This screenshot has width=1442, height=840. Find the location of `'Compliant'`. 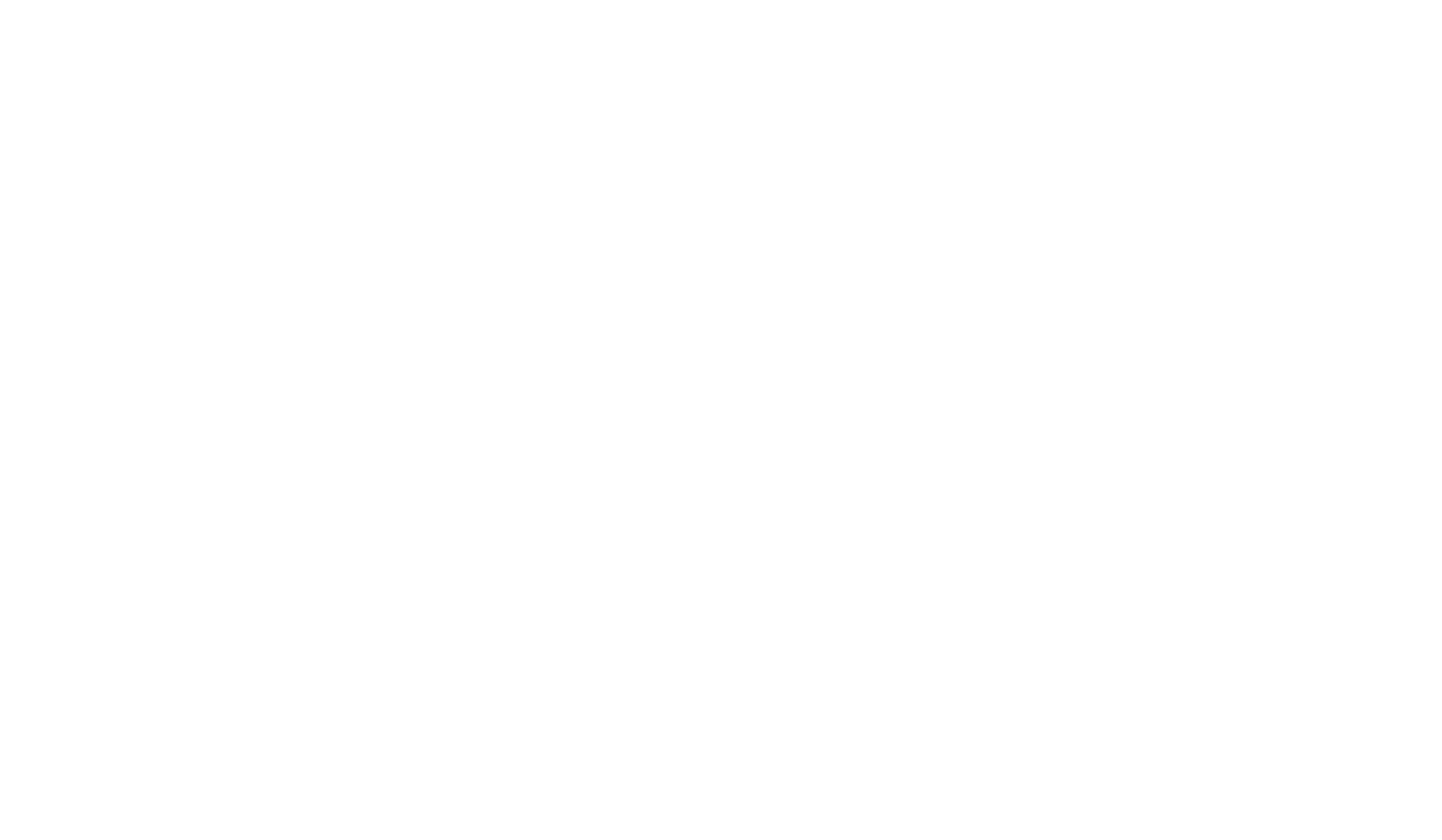

'Compliant' is located at coordinates (380, 367).